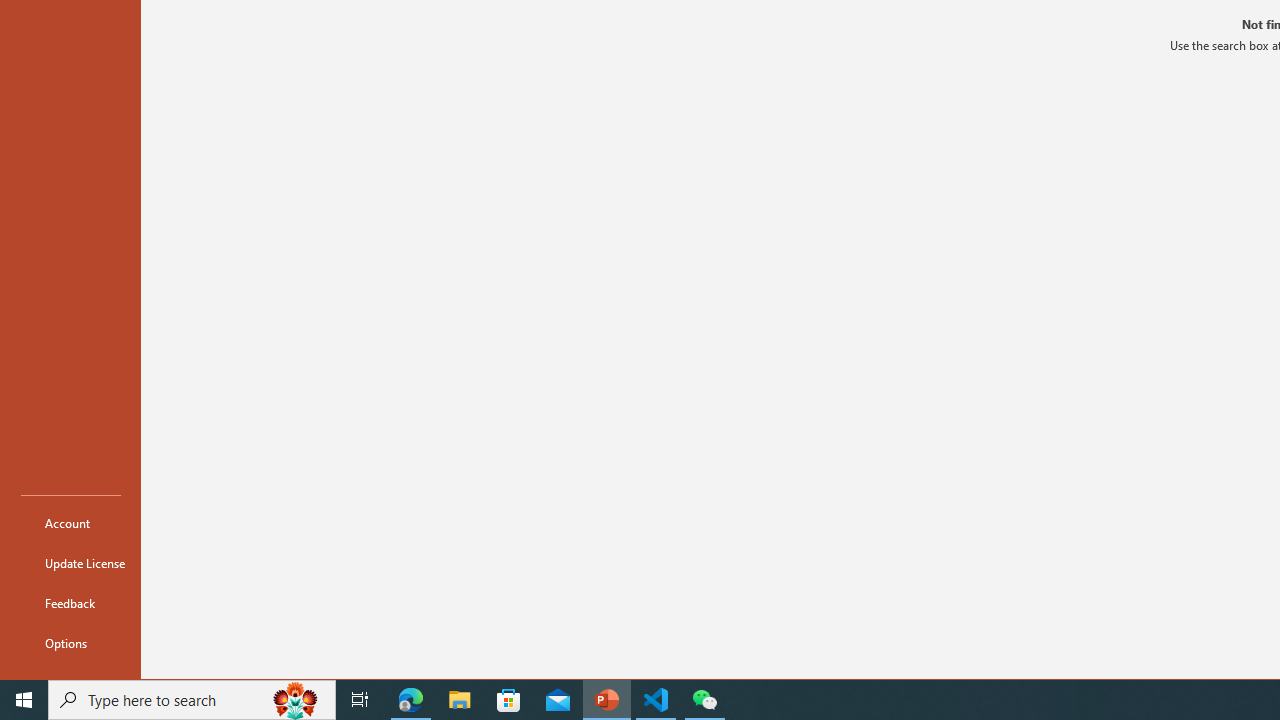 The width and height of the screenshot is (1280, 720). Describe the element at coordinates (71, 522) in the screenshot. I see `'Account'` at that location.